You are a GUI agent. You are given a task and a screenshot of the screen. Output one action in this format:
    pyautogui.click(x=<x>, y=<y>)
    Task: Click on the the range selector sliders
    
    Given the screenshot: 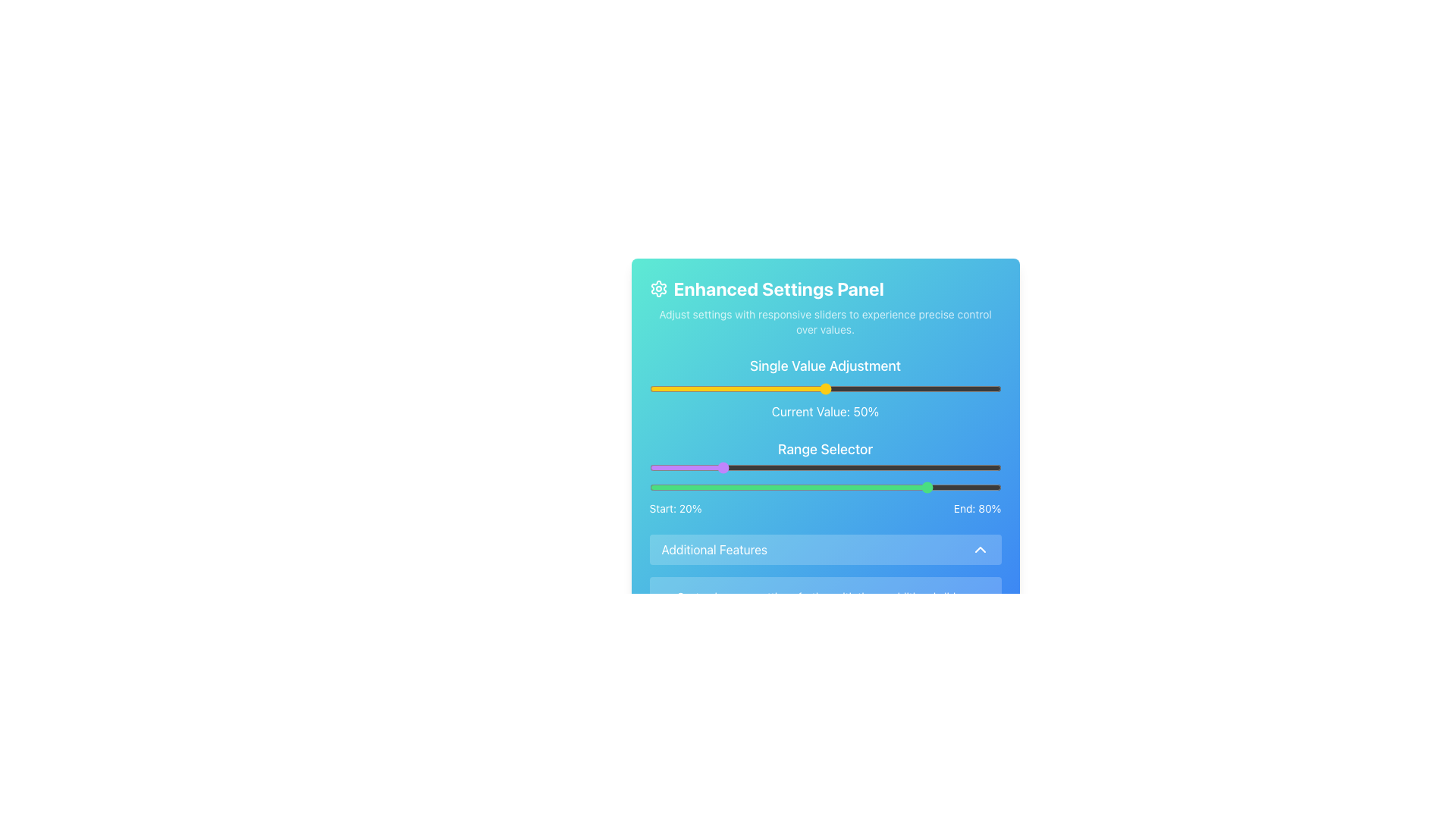 What is the action you would take?
    pyautogui.click(x=664, y=467)
    